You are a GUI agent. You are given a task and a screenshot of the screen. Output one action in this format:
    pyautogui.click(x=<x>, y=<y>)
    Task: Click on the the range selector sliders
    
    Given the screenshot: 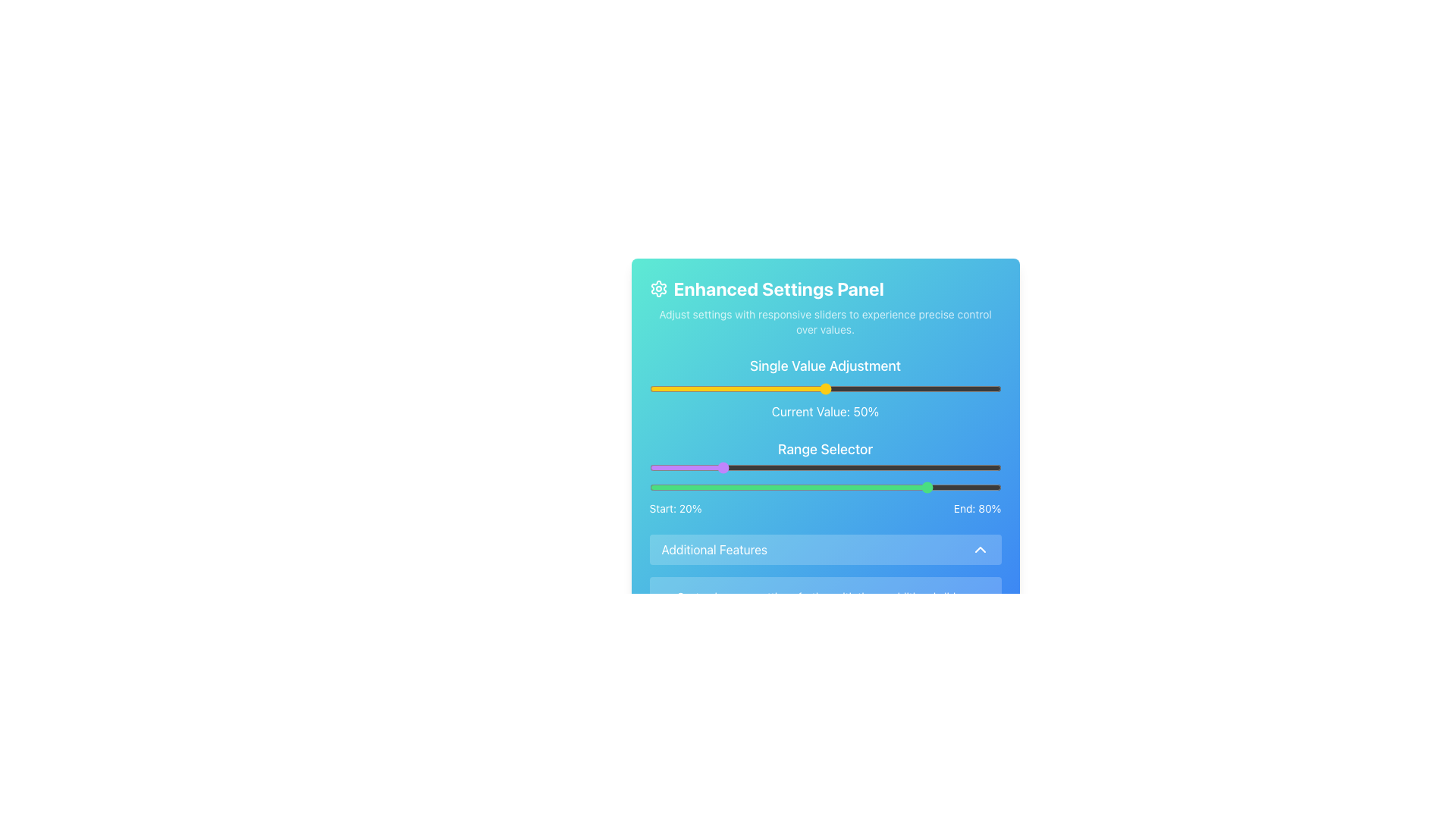 What is the action you would take?
    pyautogui.click(x=664, y=467)
    